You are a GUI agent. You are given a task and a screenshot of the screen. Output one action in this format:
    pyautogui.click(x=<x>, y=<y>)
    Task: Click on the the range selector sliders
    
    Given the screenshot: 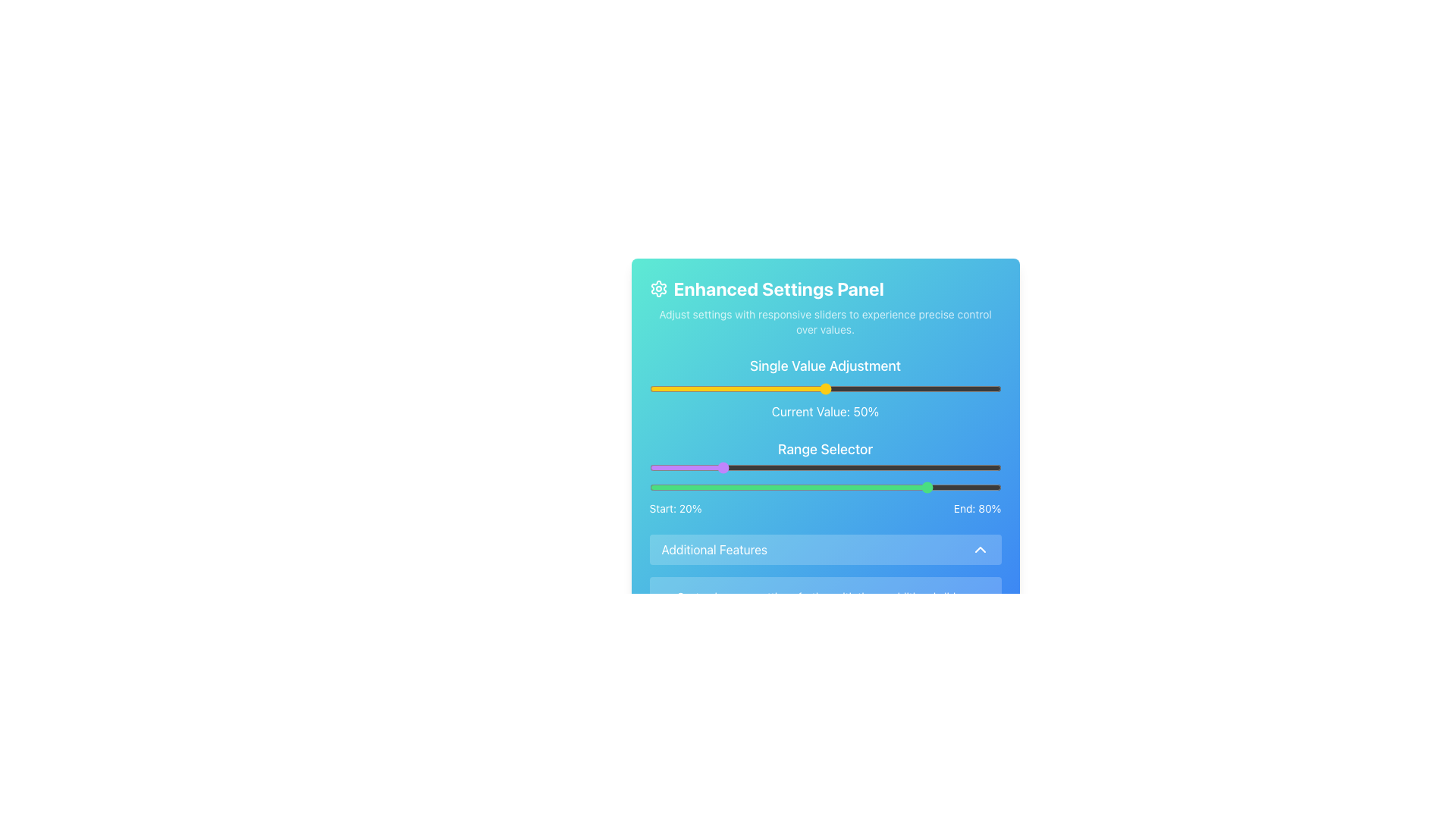 What is the action you would take?
    pyautogui.click(x=664, y=467)
    